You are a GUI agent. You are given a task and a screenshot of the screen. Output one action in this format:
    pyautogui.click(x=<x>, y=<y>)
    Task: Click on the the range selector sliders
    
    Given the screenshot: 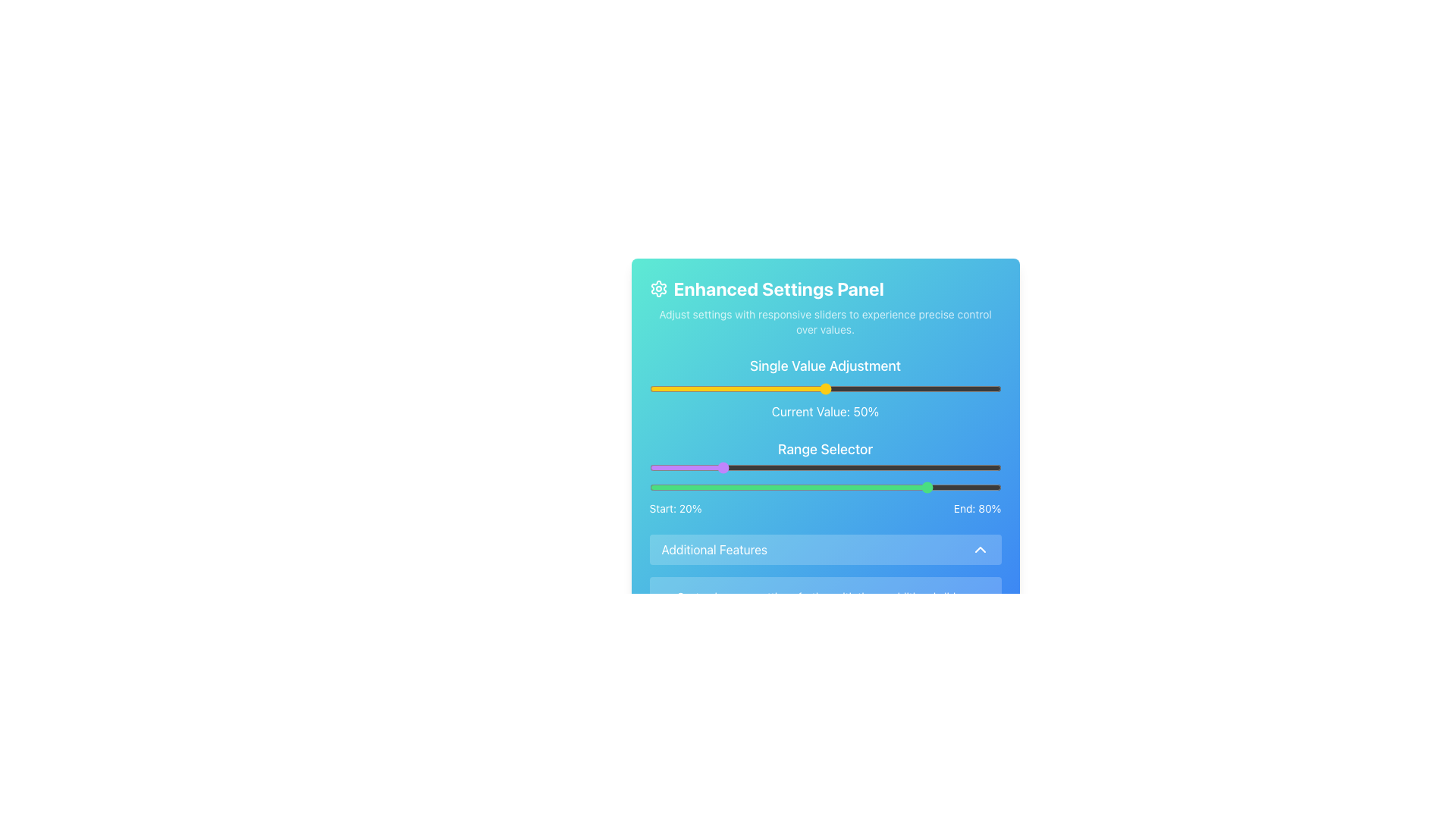 What is the action you would take?
    pyautogui.click(x=664, y=467)
    